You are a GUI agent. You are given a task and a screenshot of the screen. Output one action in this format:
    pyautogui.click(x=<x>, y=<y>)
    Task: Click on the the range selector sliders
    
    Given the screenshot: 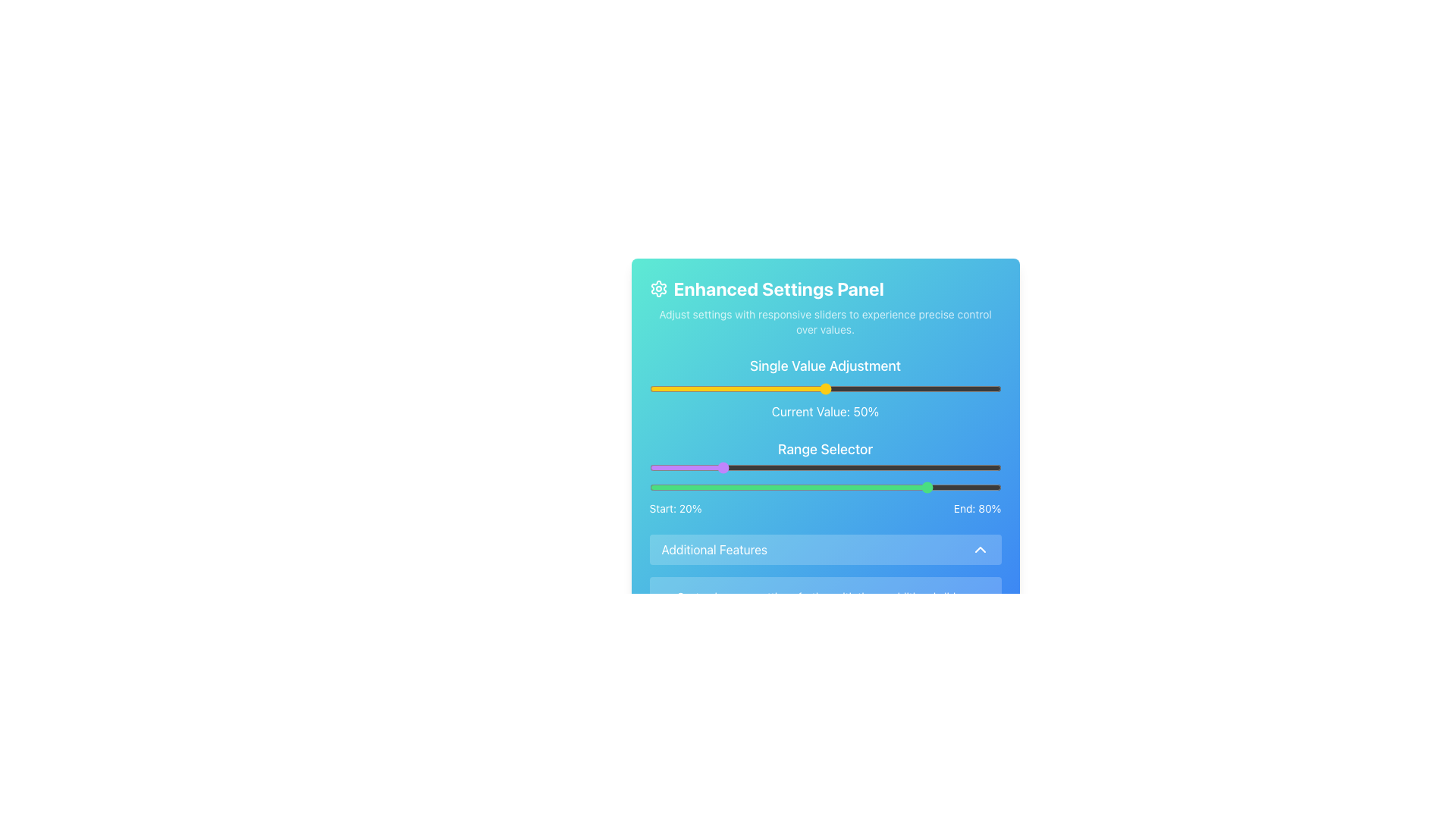 What is the action you would take?
    pyautogui.click(x=664, y=467)
    